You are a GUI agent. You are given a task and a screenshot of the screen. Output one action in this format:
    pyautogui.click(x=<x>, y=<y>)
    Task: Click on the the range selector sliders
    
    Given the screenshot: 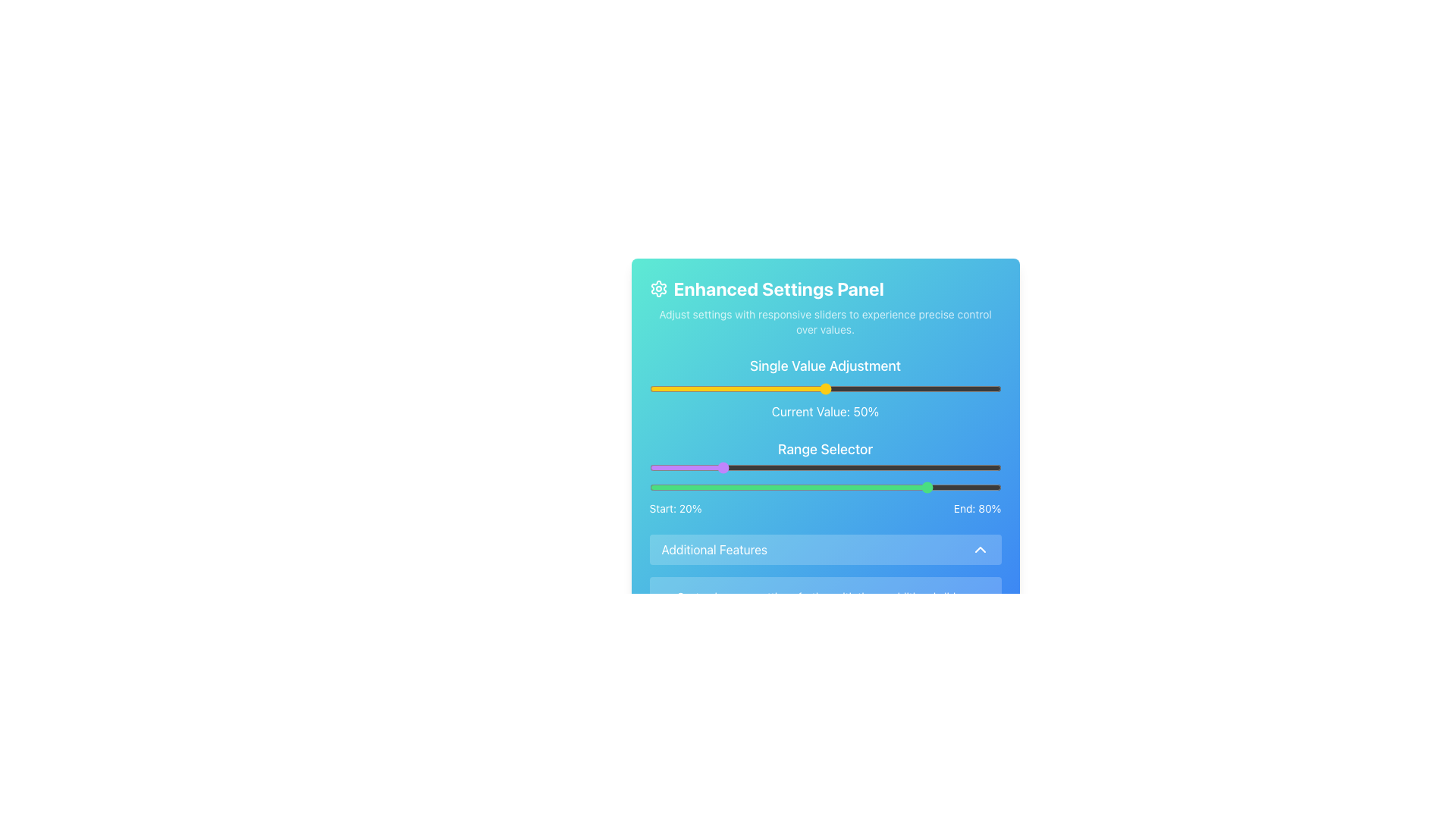 What is the action you would take?
    pyautogui.click(x=664, y=467)
    